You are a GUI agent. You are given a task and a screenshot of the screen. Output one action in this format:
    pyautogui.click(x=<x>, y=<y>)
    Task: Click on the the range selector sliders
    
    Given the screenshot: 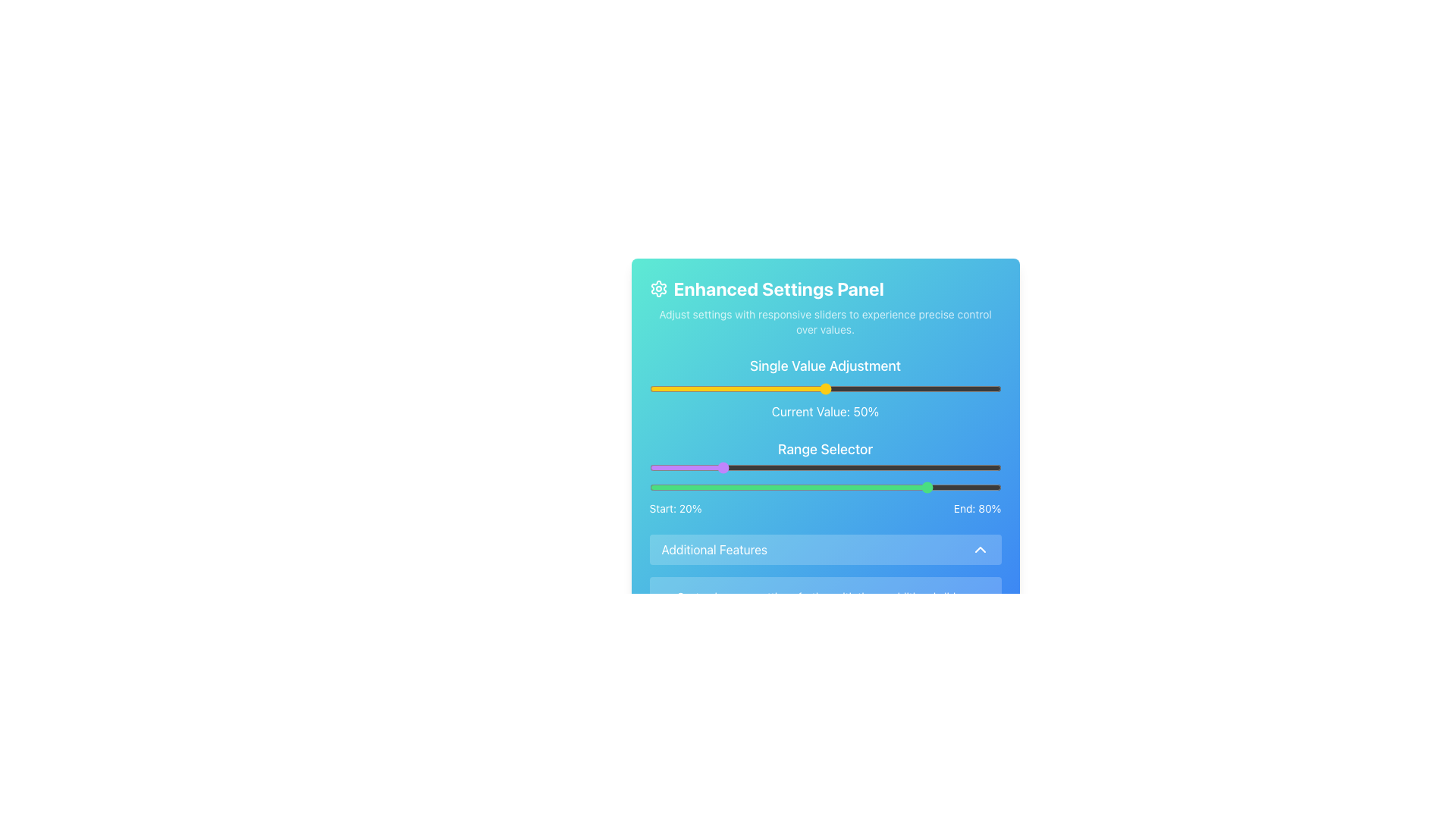 What is the action you would take?
    pyautogui.click(x=664, y=467)
    